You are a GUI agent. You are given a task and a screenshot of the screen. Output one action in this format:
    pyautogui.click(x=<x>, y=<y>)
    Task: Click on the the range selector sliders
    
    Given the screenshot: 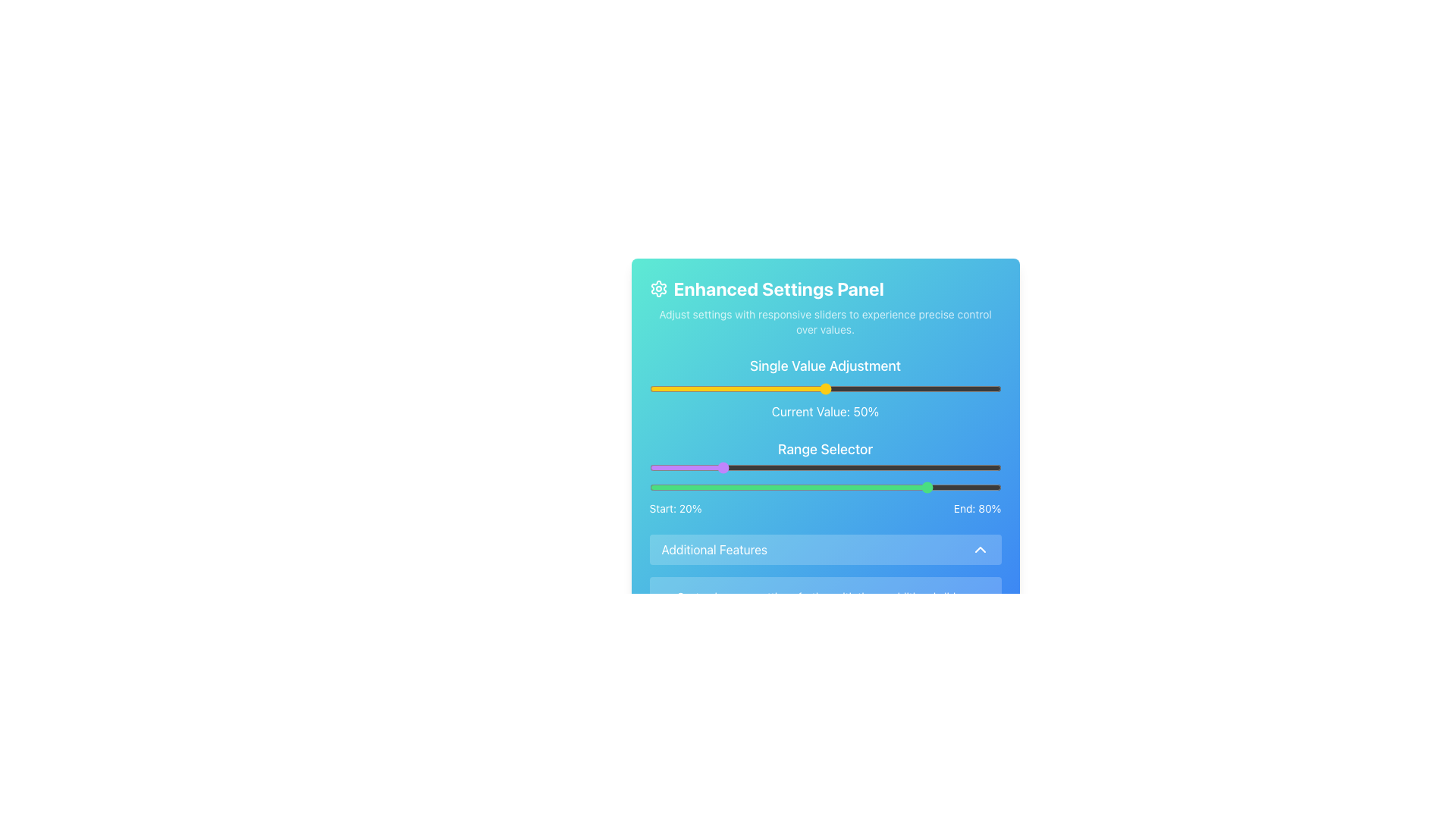 What is the action you would take?
    pyautogui.click(x=664, y=467)
    